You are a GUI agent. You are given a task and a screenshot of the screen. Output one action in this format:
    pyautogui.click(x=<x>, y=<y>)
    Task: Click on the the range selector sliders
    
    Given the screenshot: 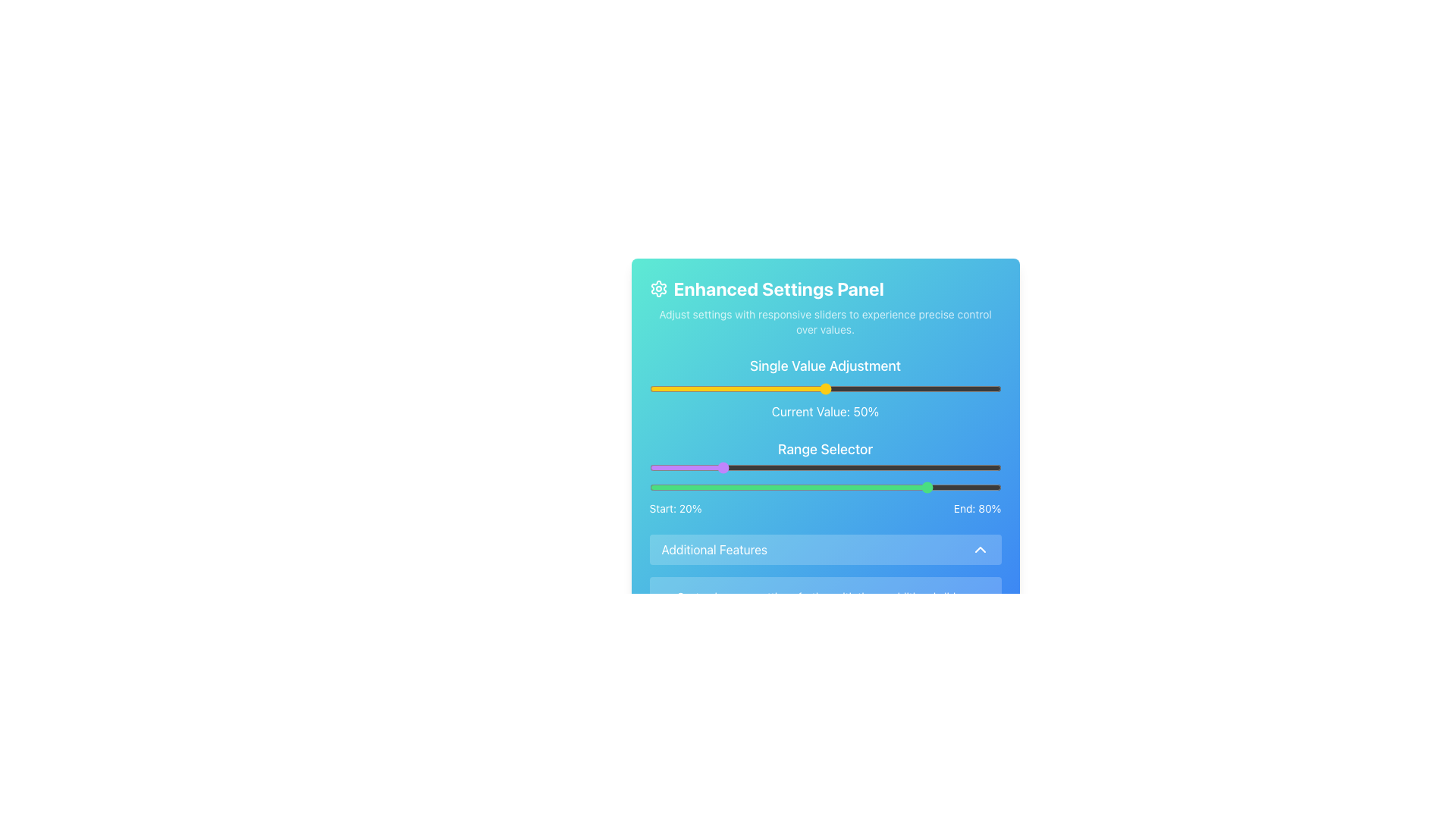 What is the action you would take?
    pyautogui.click(x=664, y=467)
    